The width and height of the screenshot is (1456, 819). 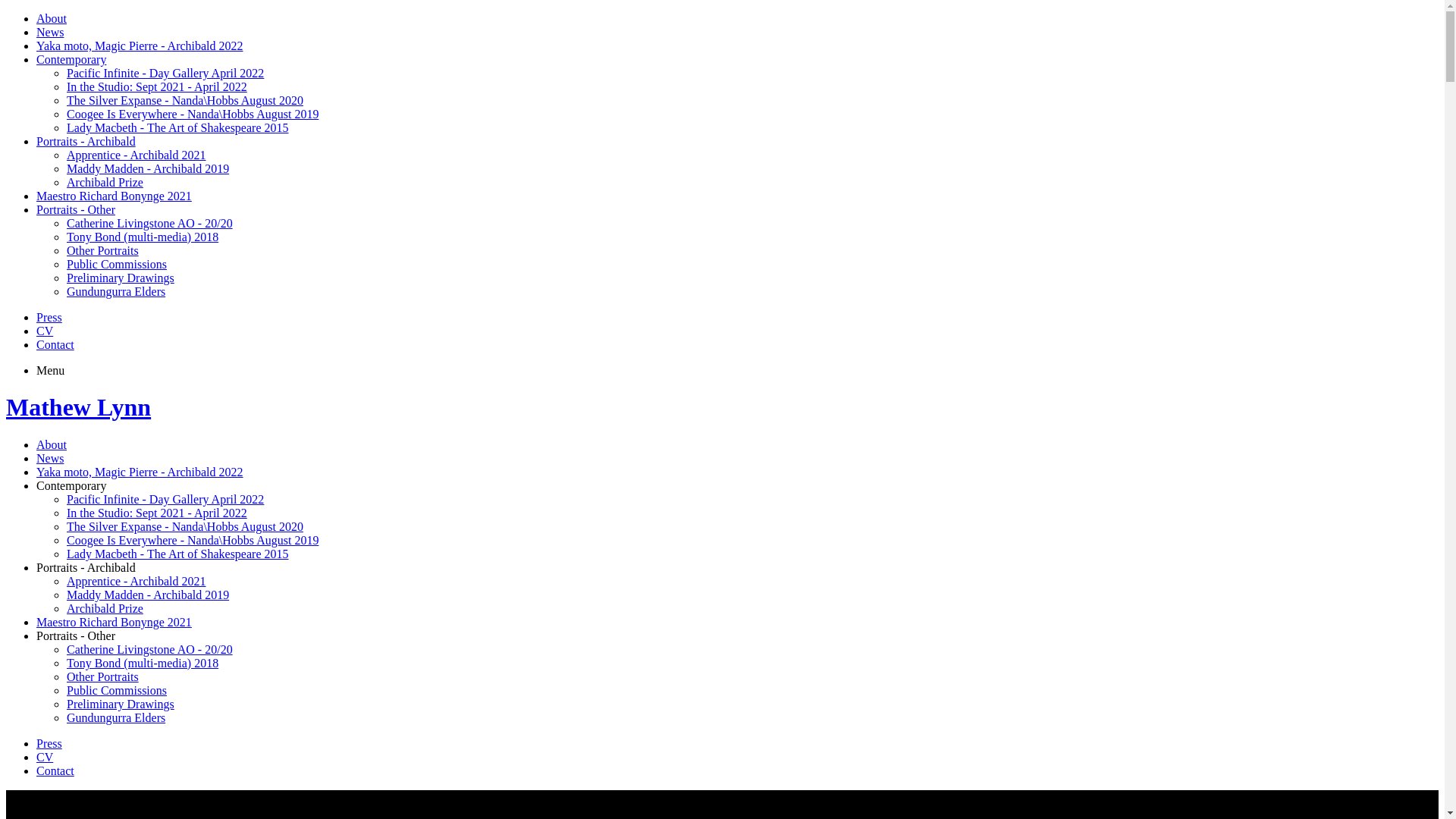 I want to click on 'Contact', so click(x=36, y=770).